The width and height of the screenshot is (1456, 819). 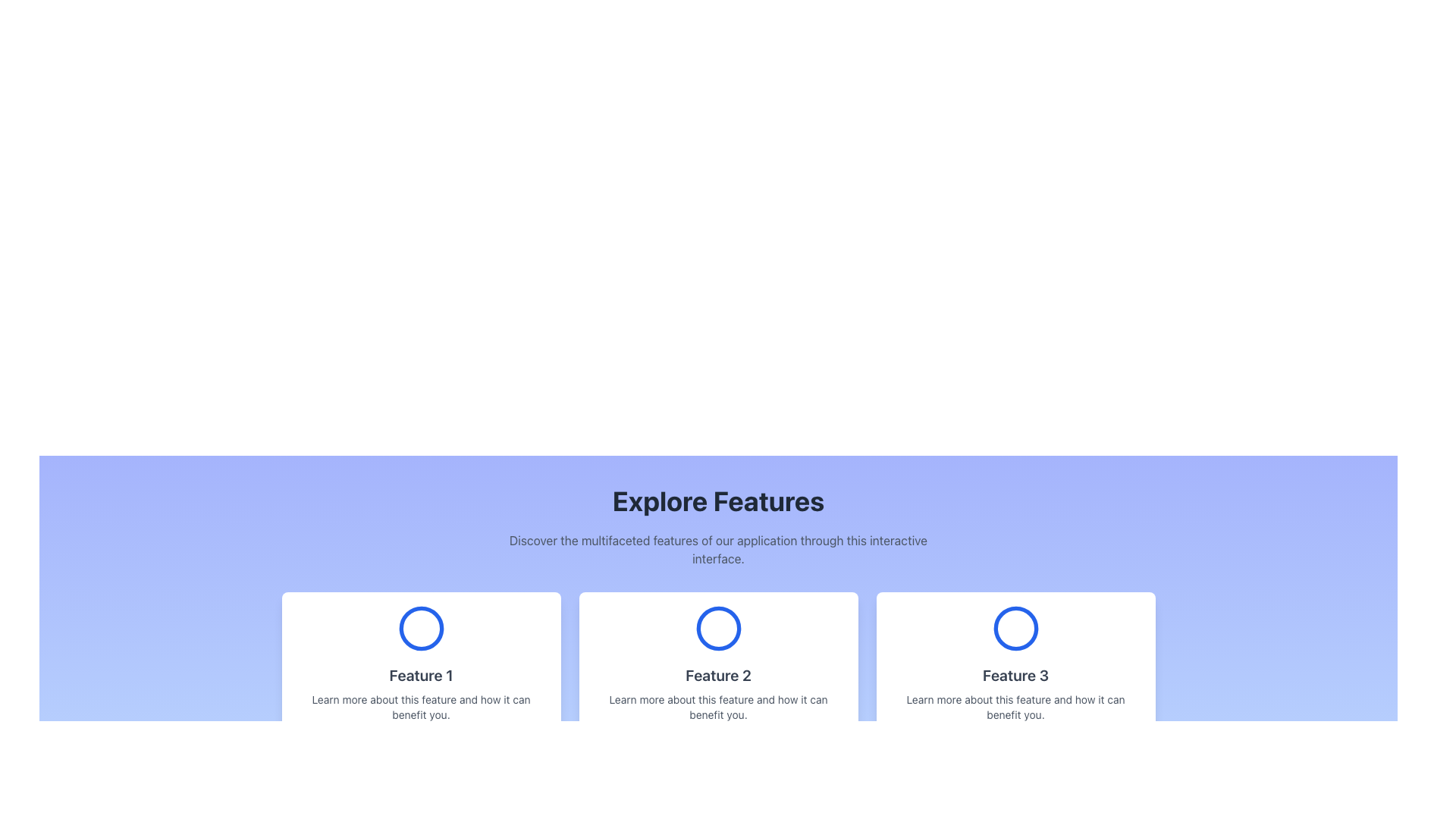 What do you see at coordinates (717, 708) in the screenshot?
I see `the text block that reads 'Learn more about this feature and how it can benefit you.' which is the second paragraph in the card labeled 'Feature 2'` at bounding box center [717, 708].